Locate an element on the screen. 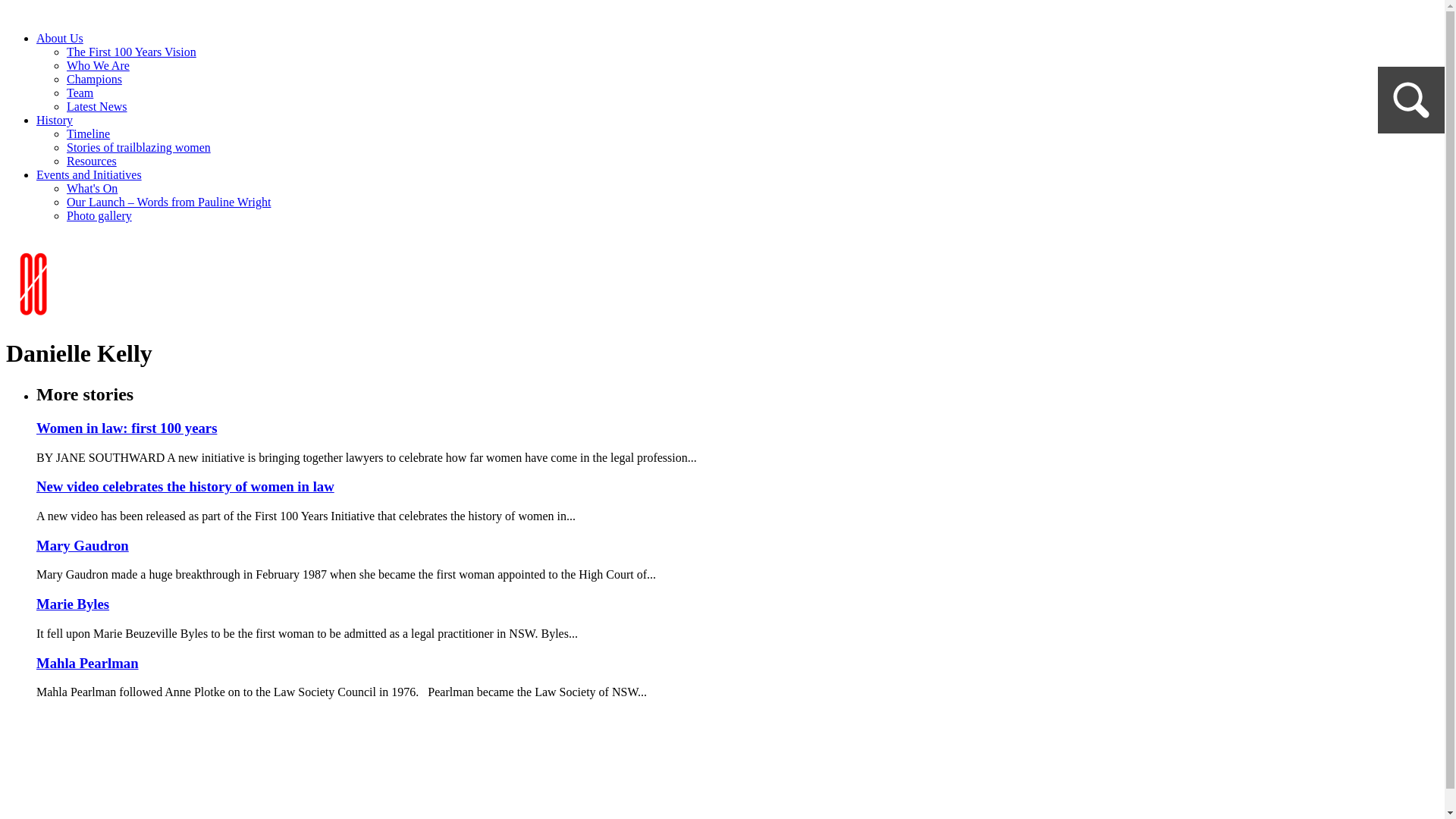  'Stories of trailblazing women' is located at coordinates (138, 147).